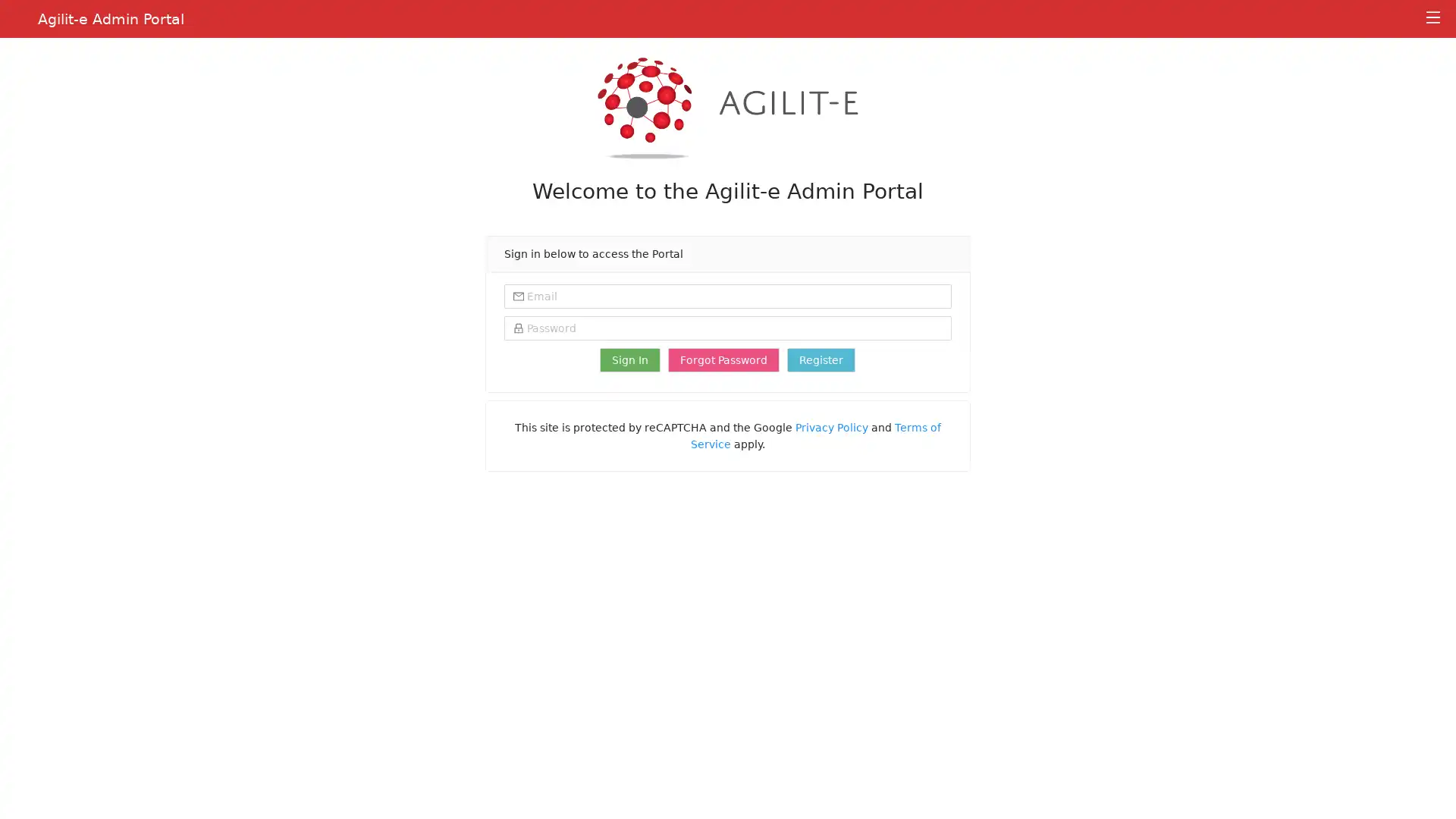 The width and height of the screenshot is (1456, 819). Describe the element at coordinates (821, 359) in the screenshot. I see `Register` at that location.